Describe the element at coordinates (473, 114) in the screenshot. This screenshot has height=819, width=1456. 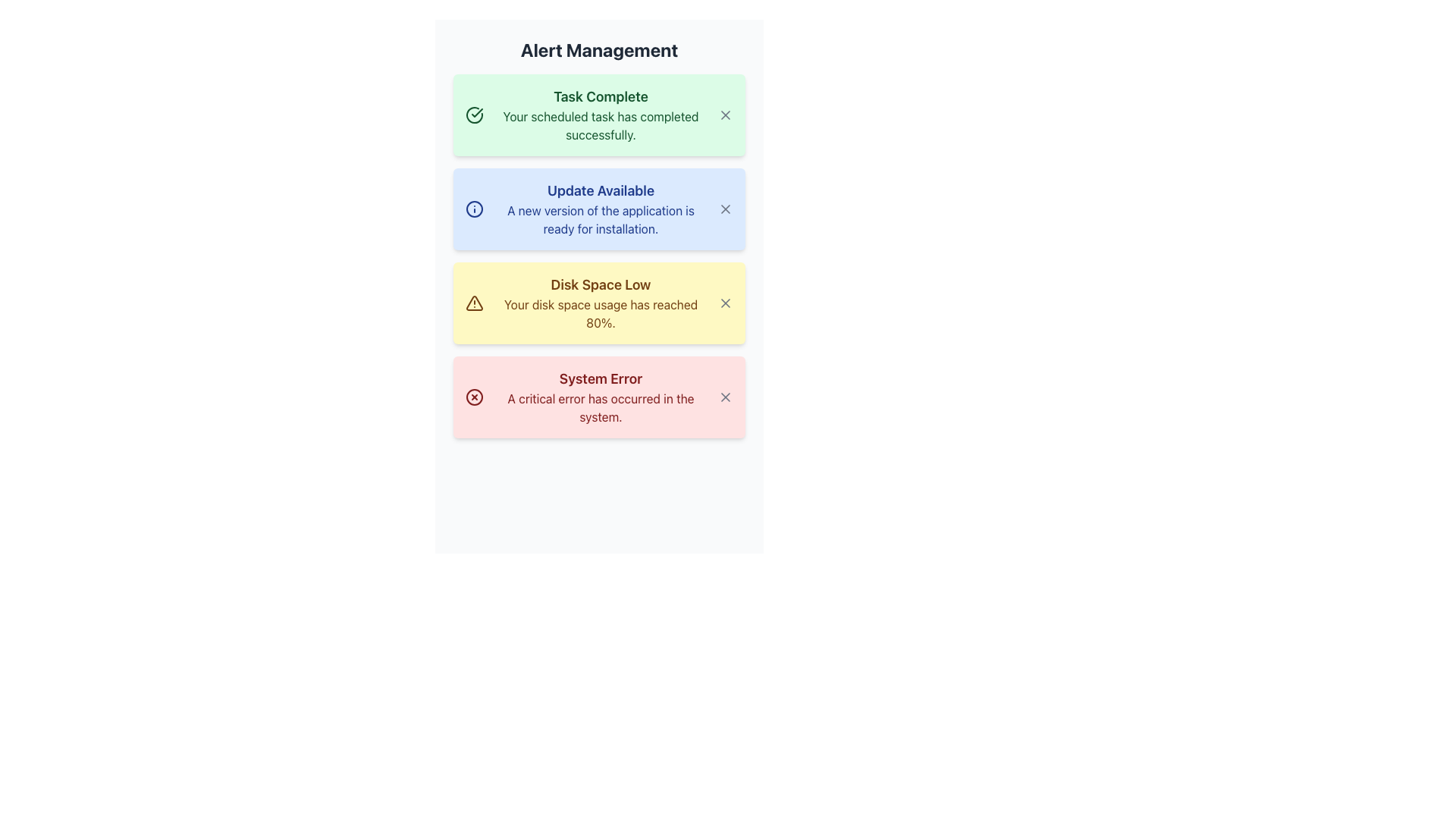
I see `the circular icon with a checkmark symbol, outlined with a green stroke, located to the left of the 'Task Complete' text in the green message dialog box` at that location.